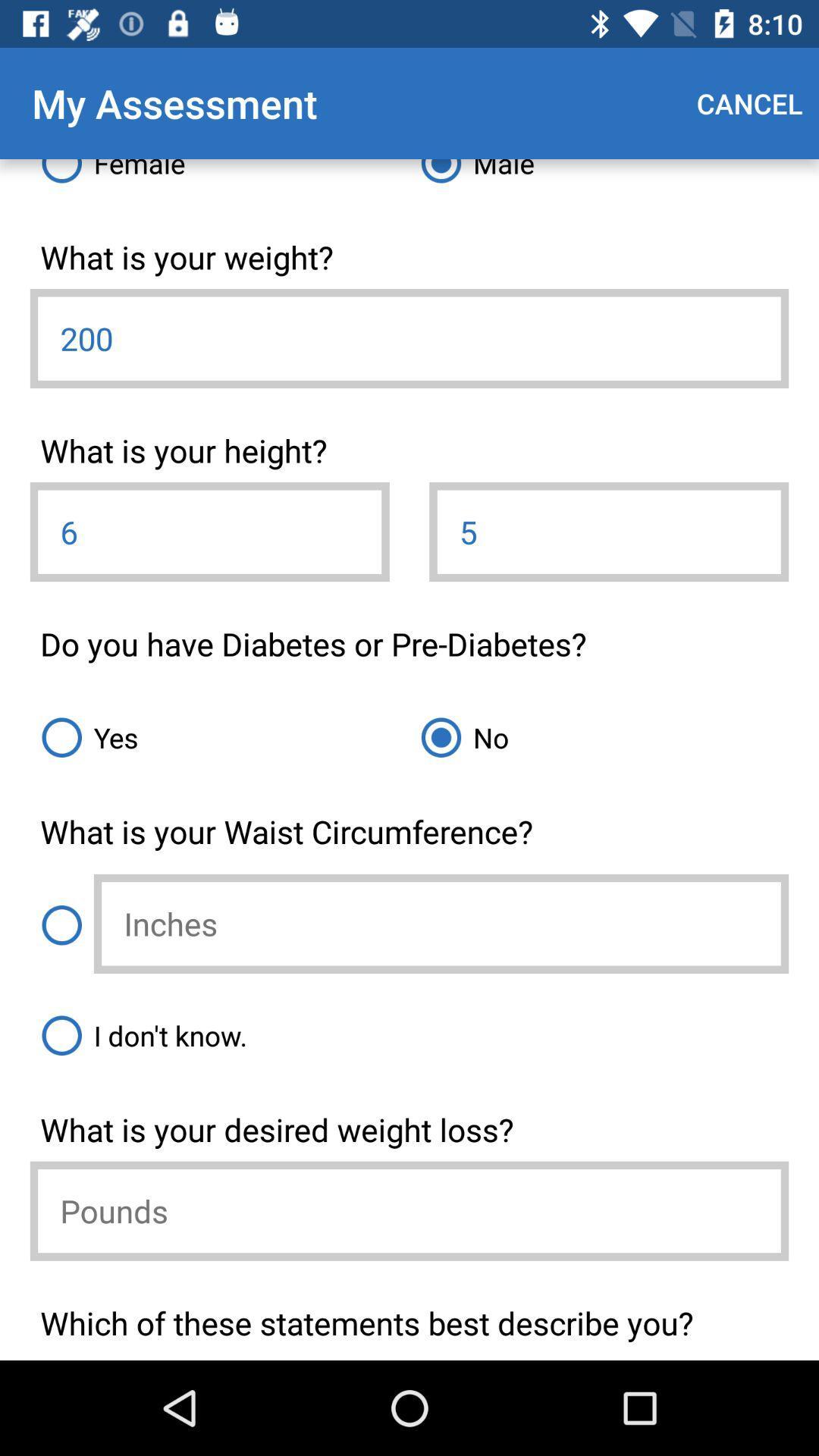 The width and height of the screenshot is (819, 1456). What do you see at coordinates (209, 532) in the screenshot?
I see `icon above the do you have icon` at bounding box center [209, 532].